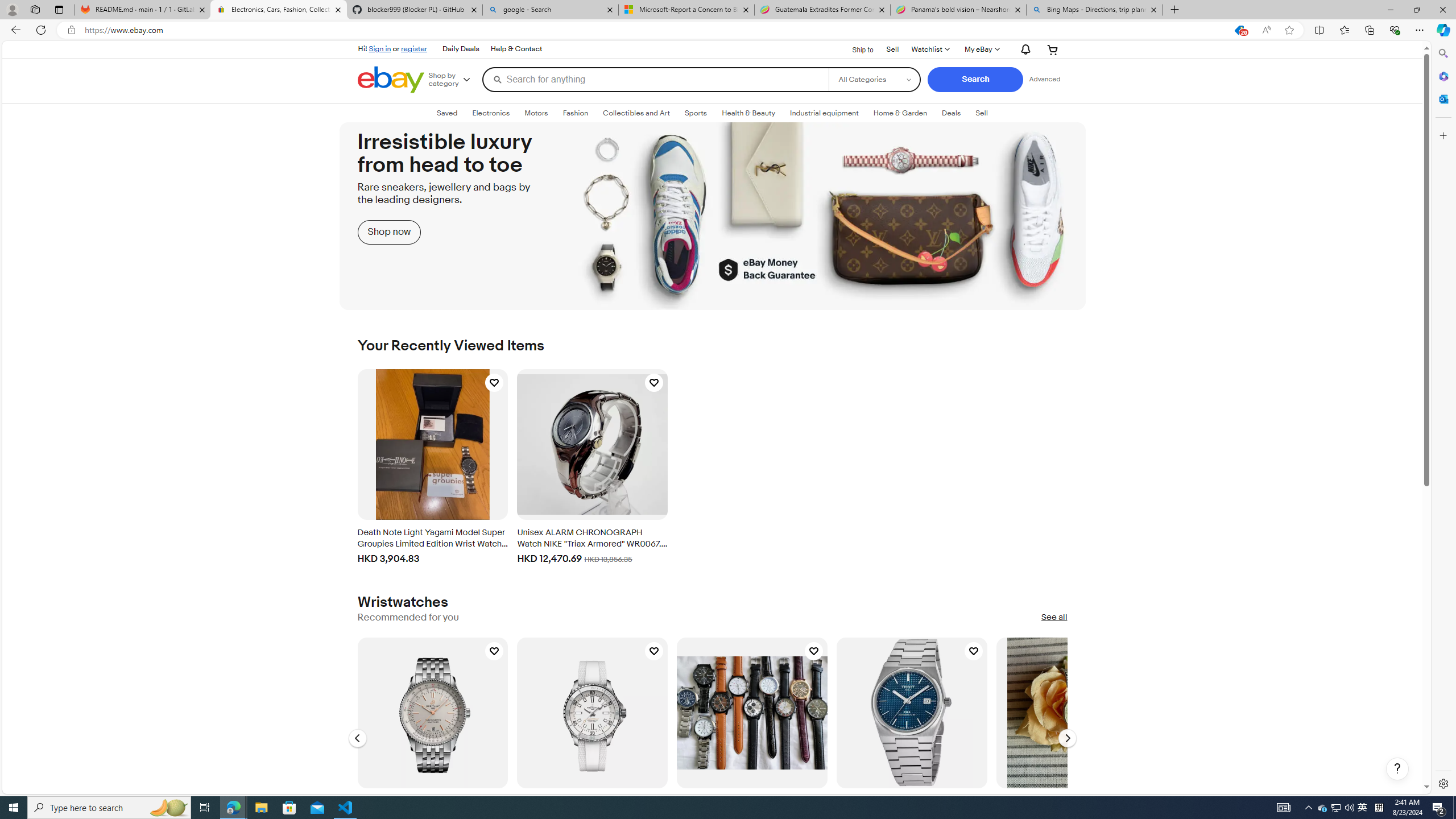  I want to click on 'Deals', so click(950, 113).